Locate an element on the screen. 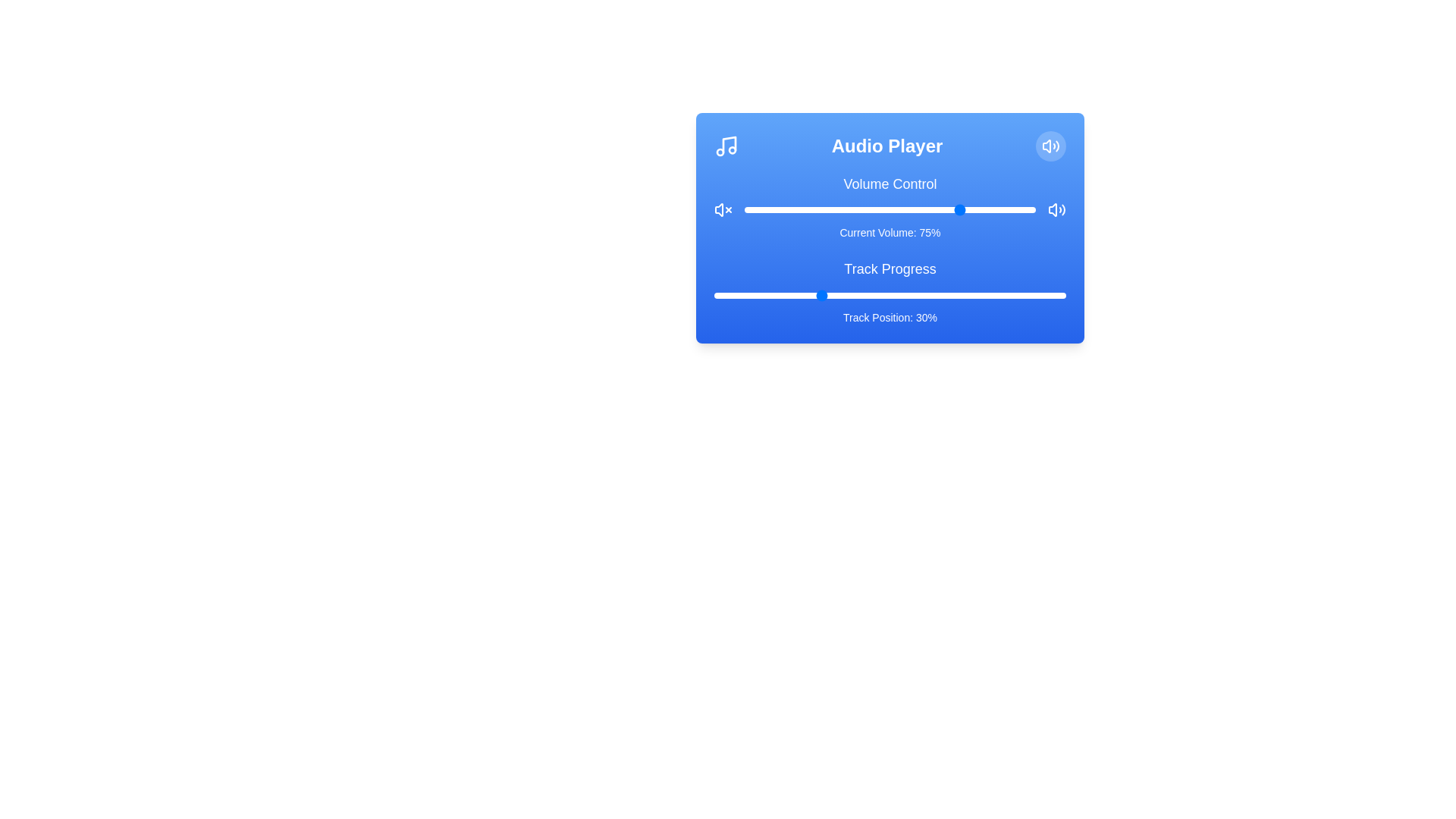 Image resolution: width=1456 pixels, height=819 pixels. the muted state toggle icon for the audio player is located at coordinates (723, 210).